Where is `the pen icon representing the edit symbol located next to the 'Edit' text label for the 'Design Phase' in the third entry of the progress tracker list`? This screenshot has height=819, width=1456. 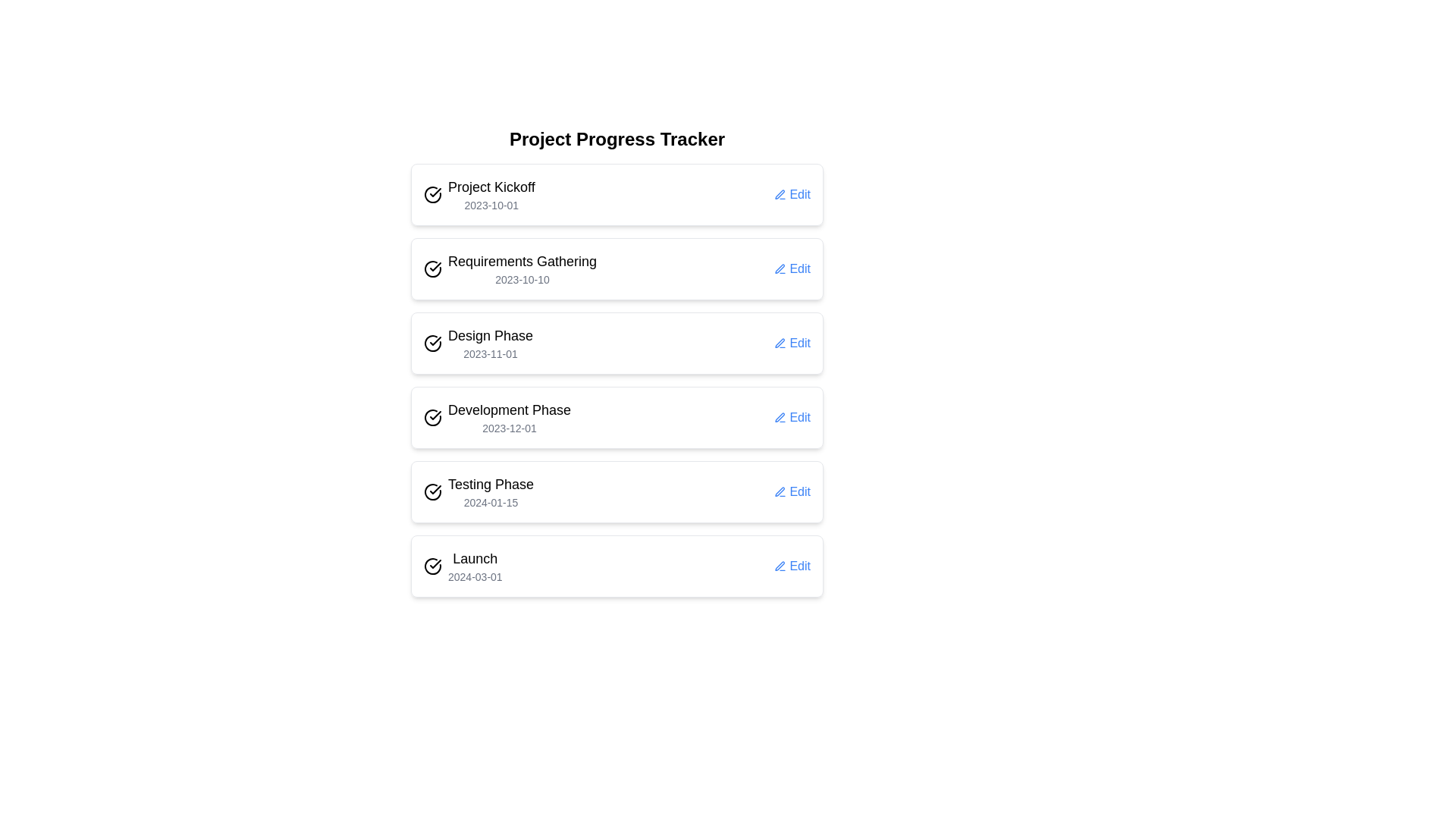
the pen icon representing the edit symbol located next to the 'Edit' text label for the 'Design Phase' in the third entry of the progress tracker list is located at coordinates (780, 343).